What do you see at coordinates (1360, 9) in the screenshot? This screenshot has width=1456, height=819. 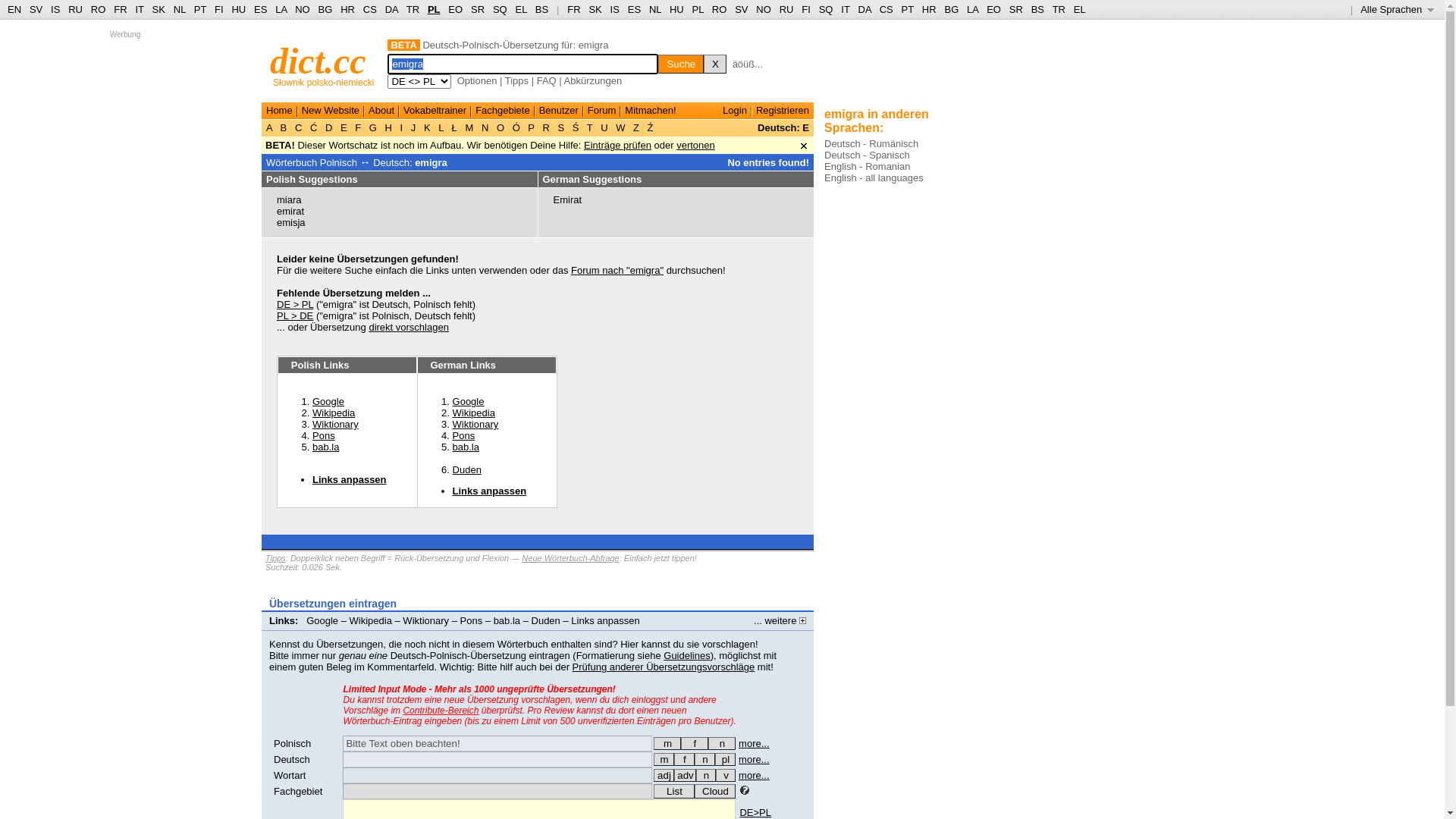 I see `'Alle Sprachen '` at bounding box center [1360, 9].